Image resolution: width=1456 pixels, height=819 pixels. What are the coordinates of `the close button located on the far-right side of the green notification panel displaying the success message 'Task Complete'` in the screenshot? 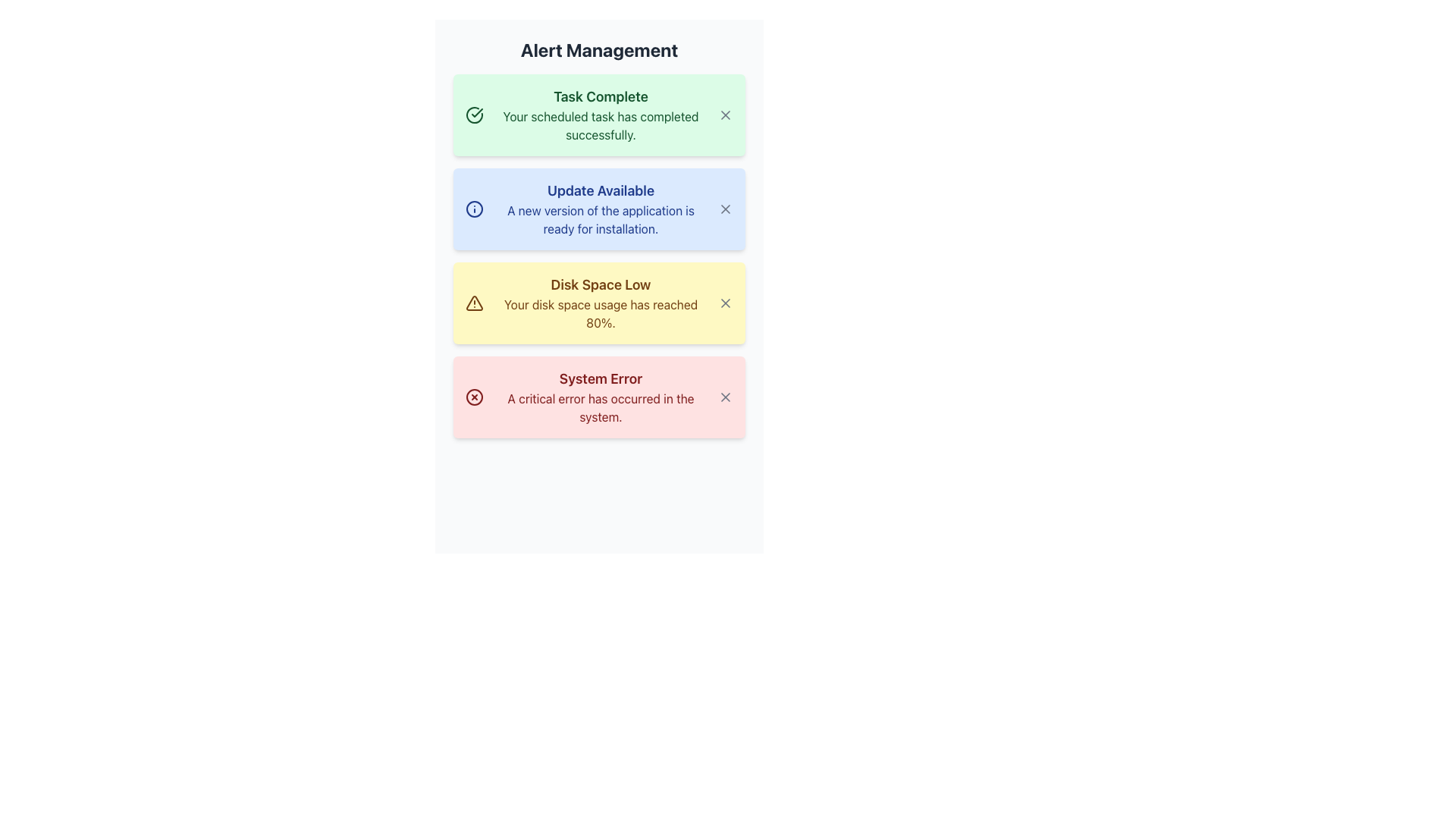 It's located at (724, 114).